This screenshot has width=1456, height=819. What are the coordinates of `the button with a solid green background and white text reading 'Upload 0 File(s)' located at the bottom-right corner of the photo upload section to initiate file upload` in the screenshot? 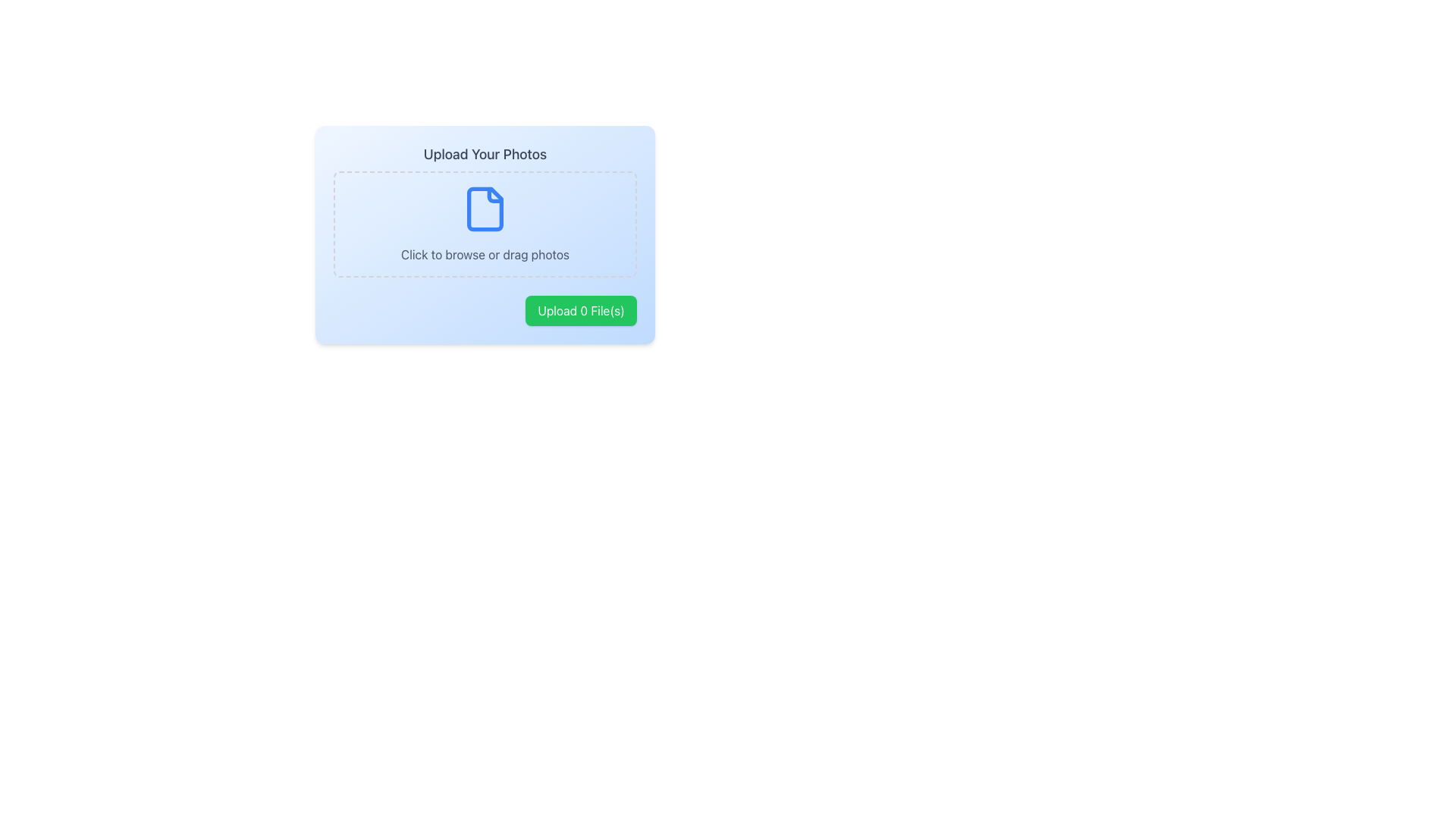 It's located at (580, 309).